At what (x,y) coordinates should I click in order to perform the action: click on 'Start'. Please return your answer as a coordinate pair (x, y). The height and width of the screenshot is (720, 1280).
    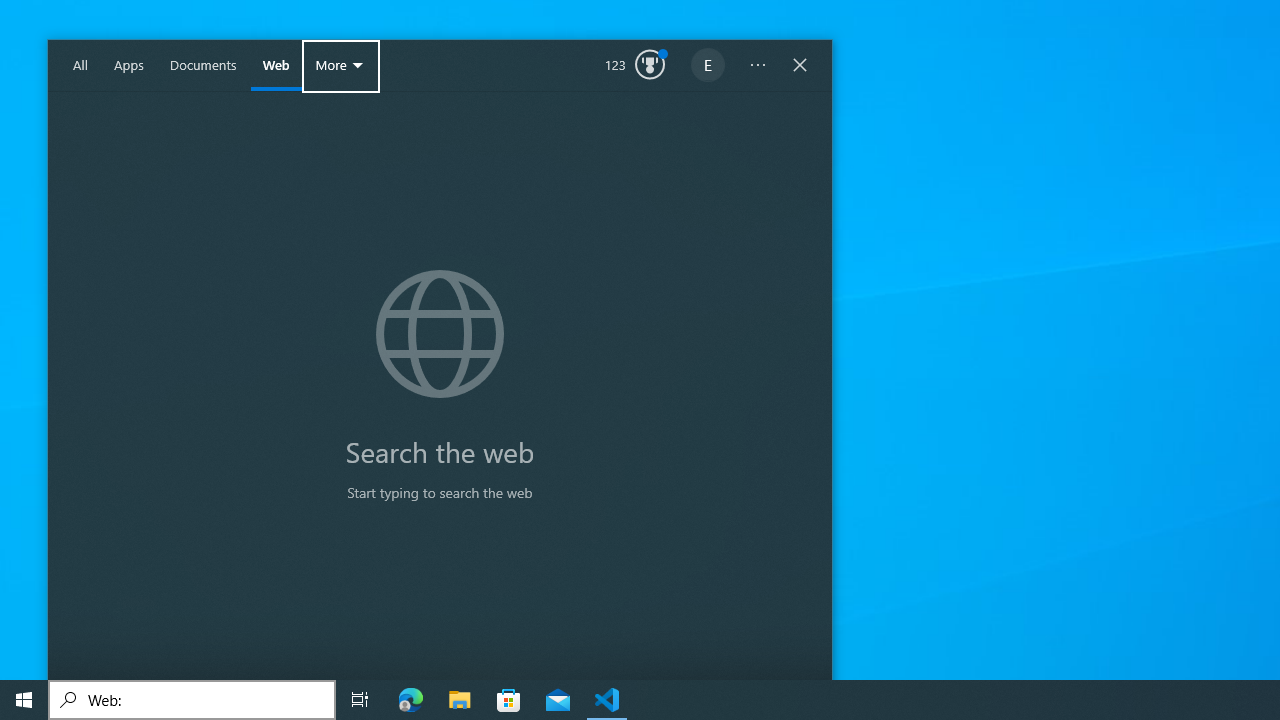
    Looking at the image, I should click on (24, 698).